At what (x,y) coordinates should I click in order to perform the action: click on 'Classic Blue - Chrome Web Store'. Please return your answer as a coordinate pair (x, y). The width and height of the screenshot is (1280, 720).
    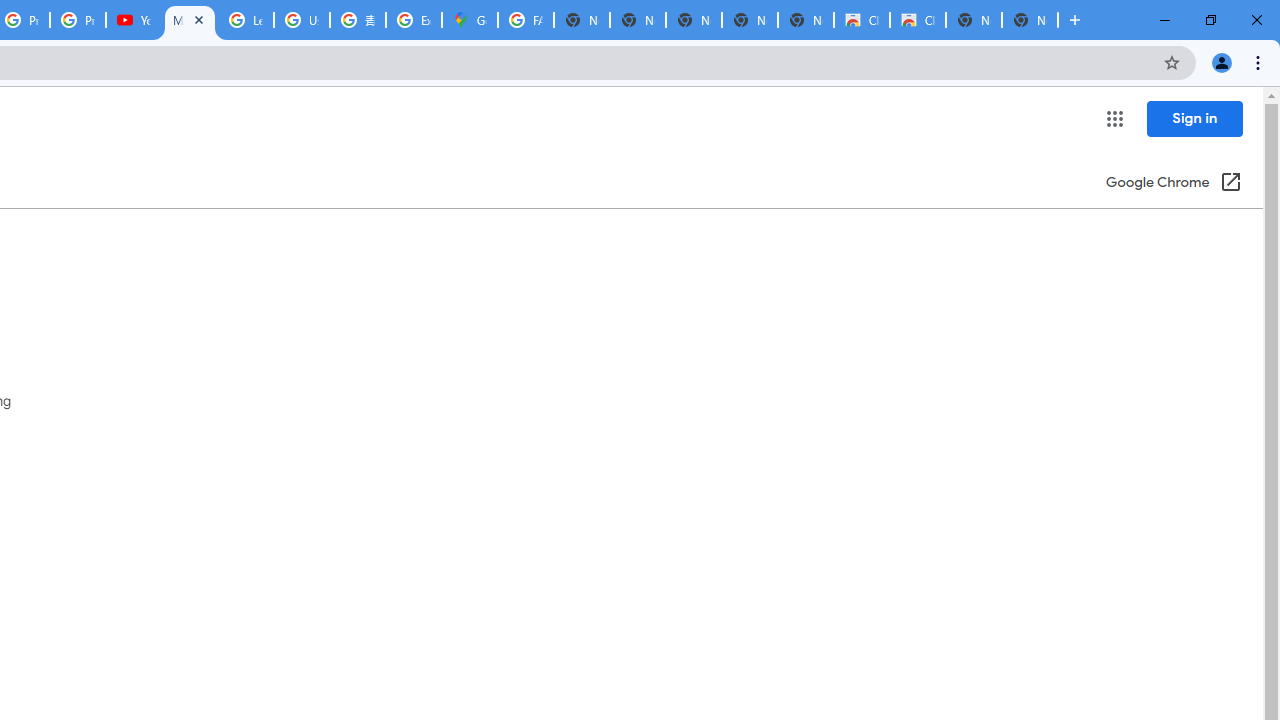
    Looking at the image, I should click on (862, 20).